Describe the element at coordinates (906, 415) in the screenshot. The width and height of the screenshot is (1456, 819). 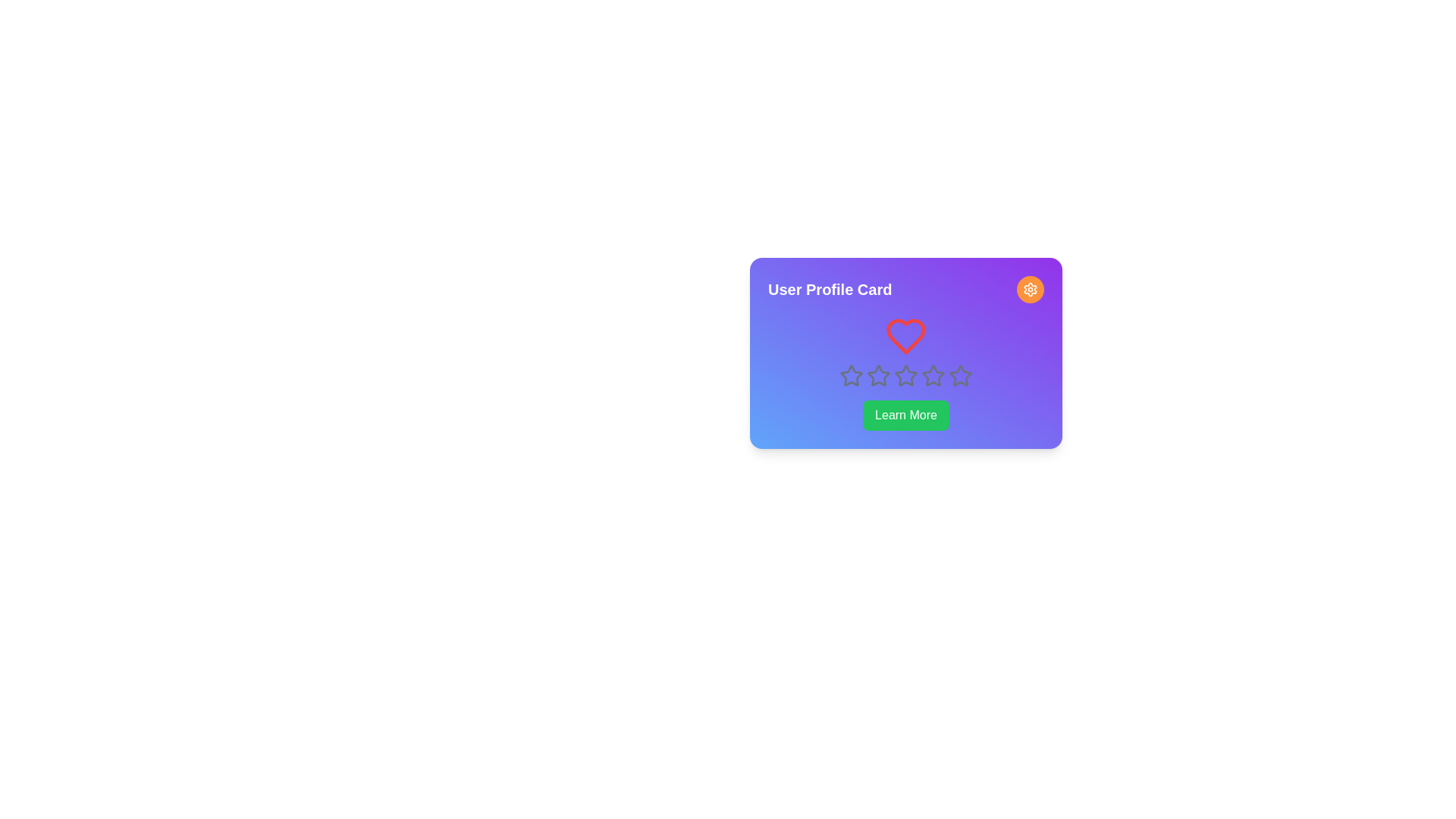
I see `the call-to-action button located at the center-bottom of the User Profile Card, positioned below the five-star rating UI and heart icon` at that location.